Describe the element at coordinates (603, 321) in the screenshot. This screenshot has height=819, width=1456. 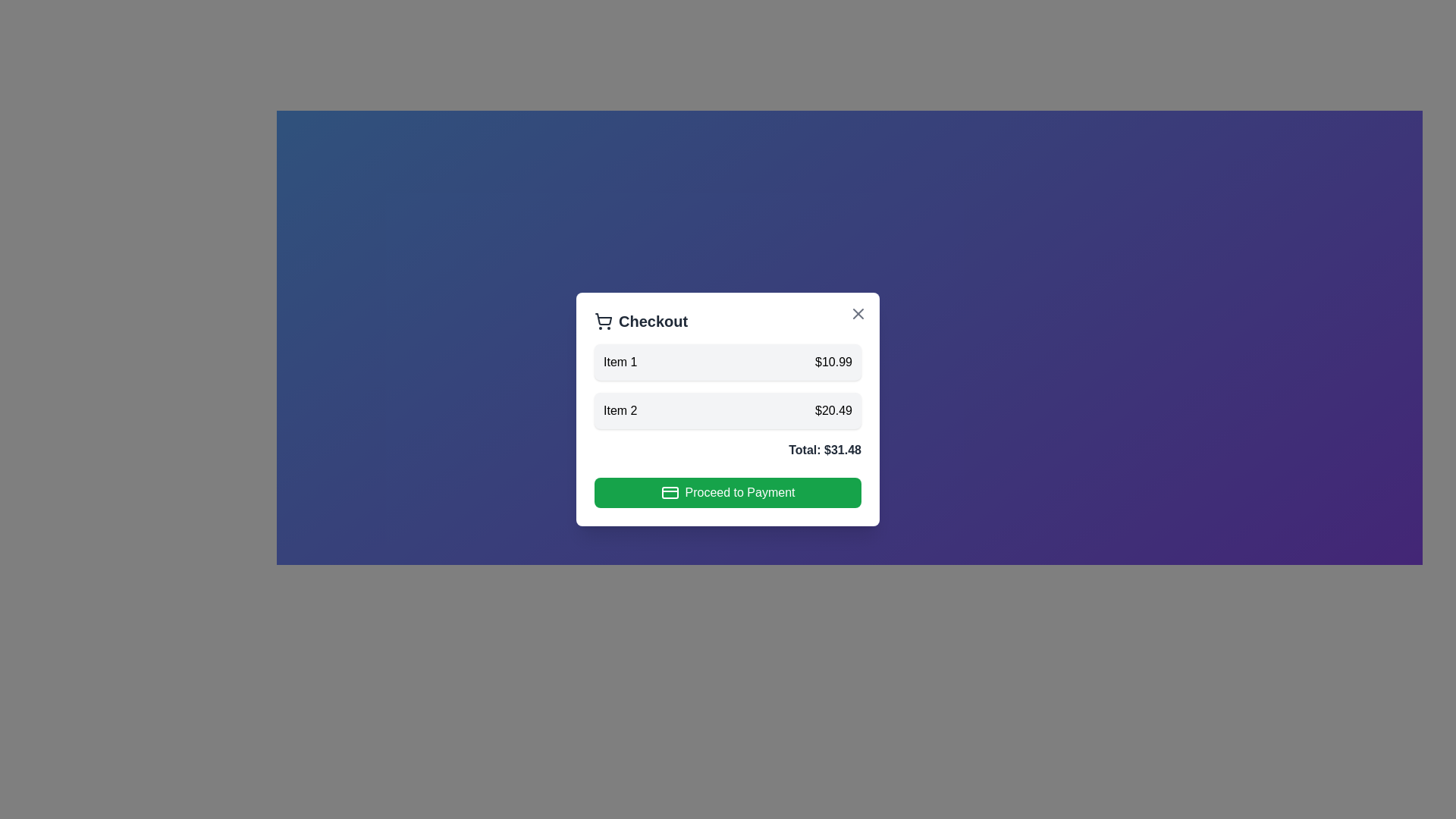
I see `shopping cart SVG icon located at the top center of the interface, adjacent to the 'Checkout' label, by clicking on it` at that location.